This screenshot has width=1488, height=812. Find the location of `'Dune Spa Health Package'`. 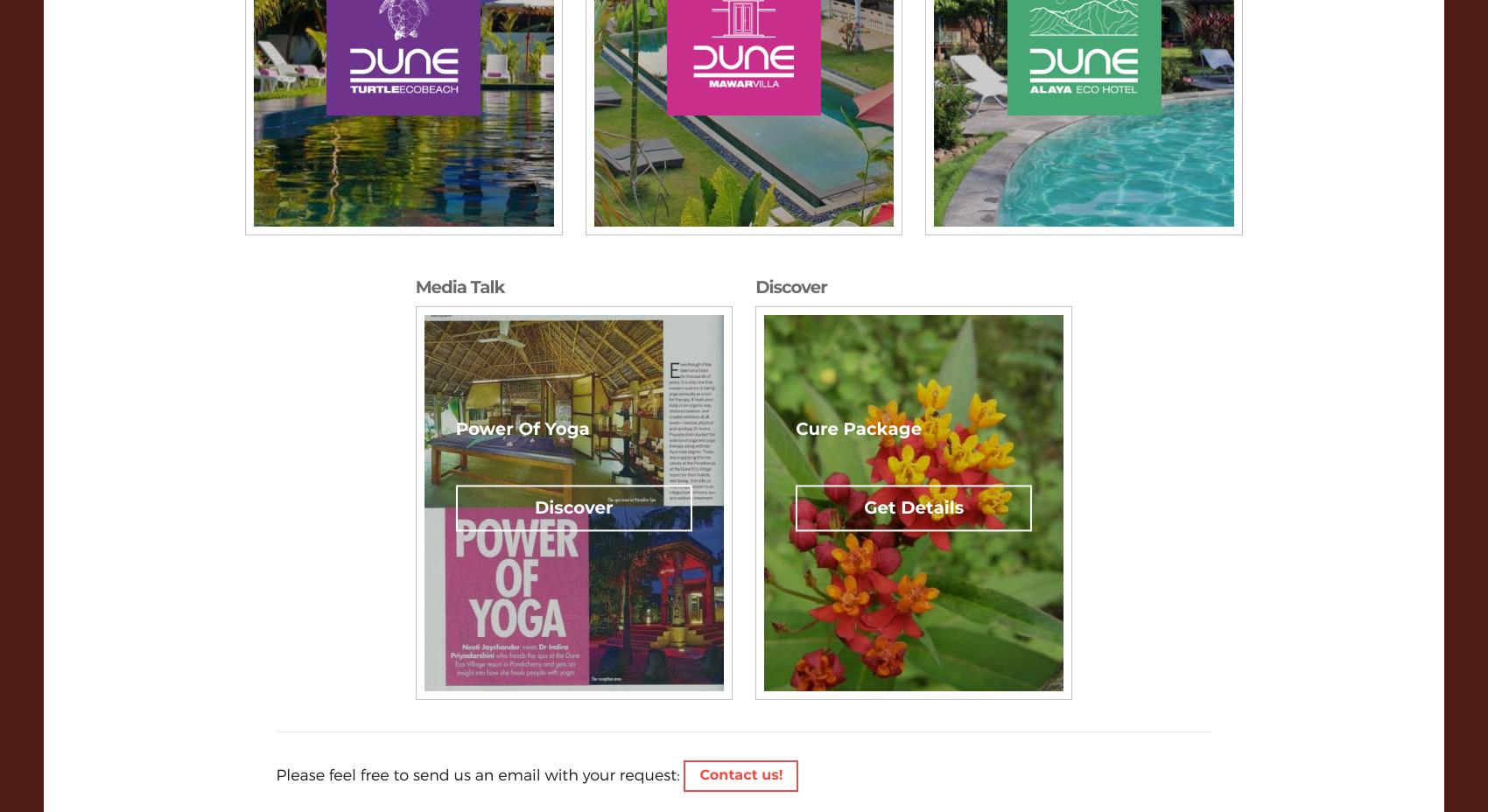

'Dune Spa Health Package' is located at coordinates (979, 668).